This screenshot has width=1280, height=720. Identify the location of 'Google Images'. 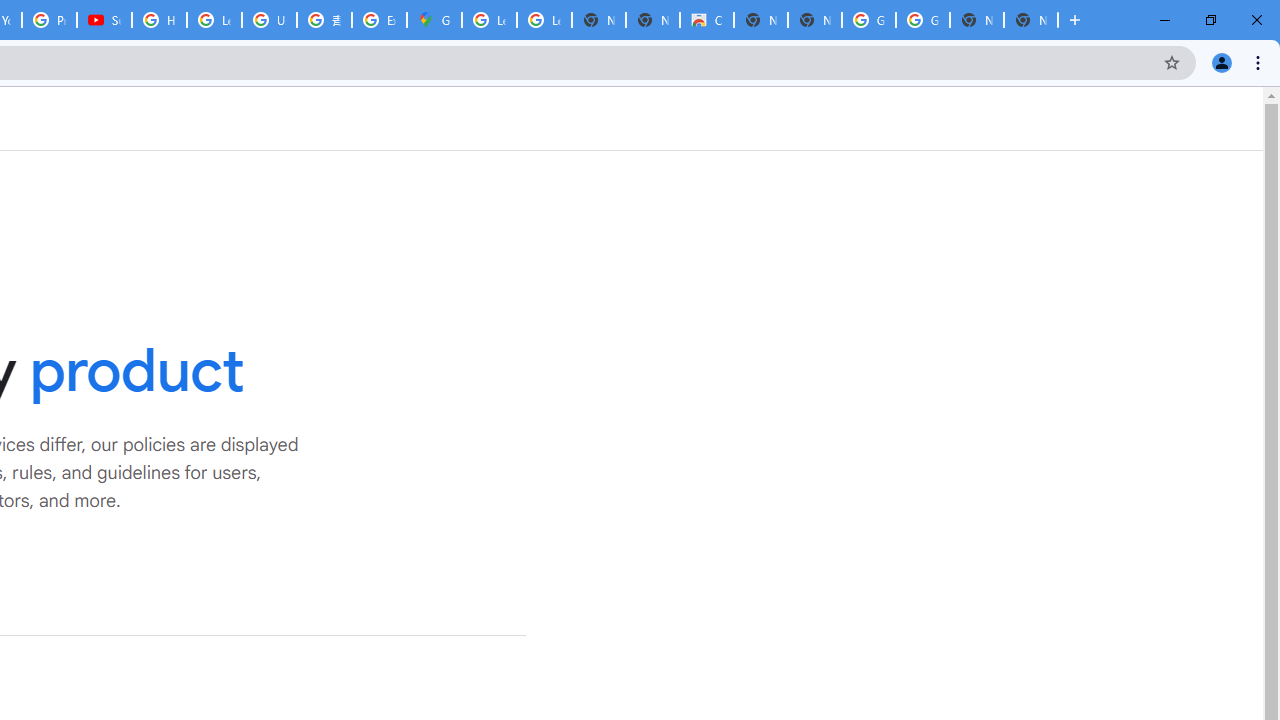
(869, 20).